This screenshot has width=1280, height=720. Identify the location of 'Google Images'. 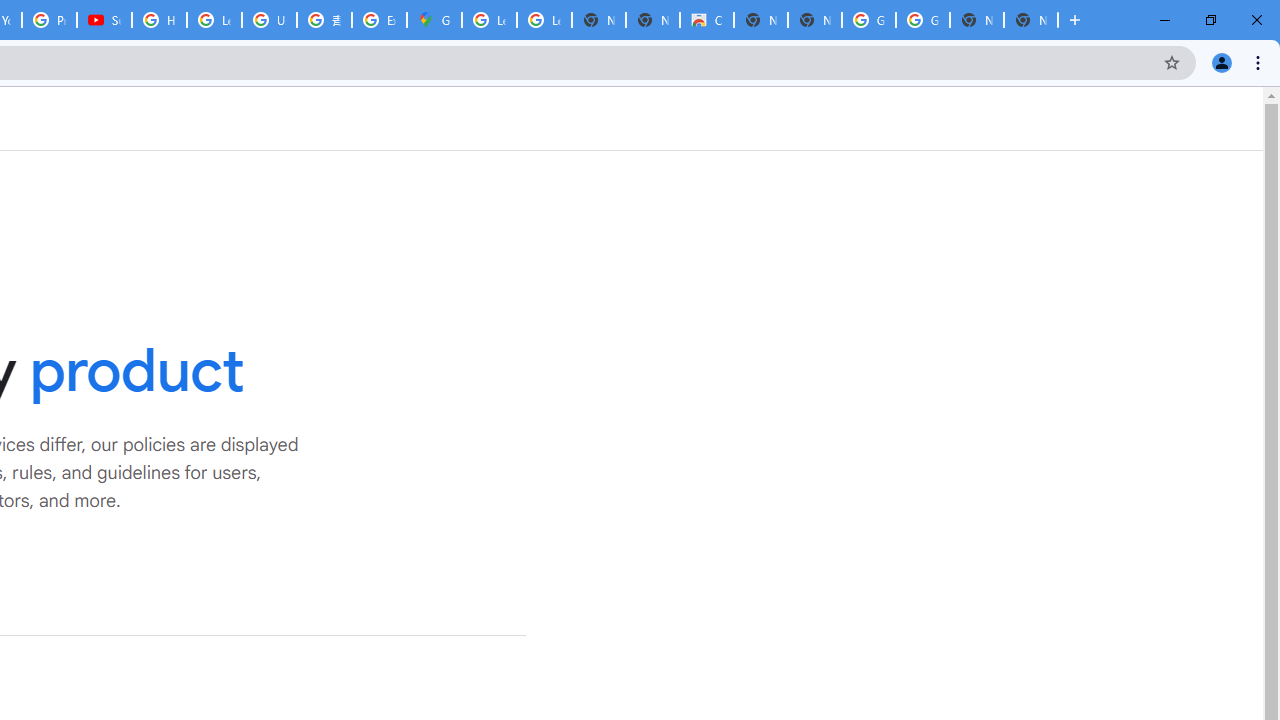
(869, 20).